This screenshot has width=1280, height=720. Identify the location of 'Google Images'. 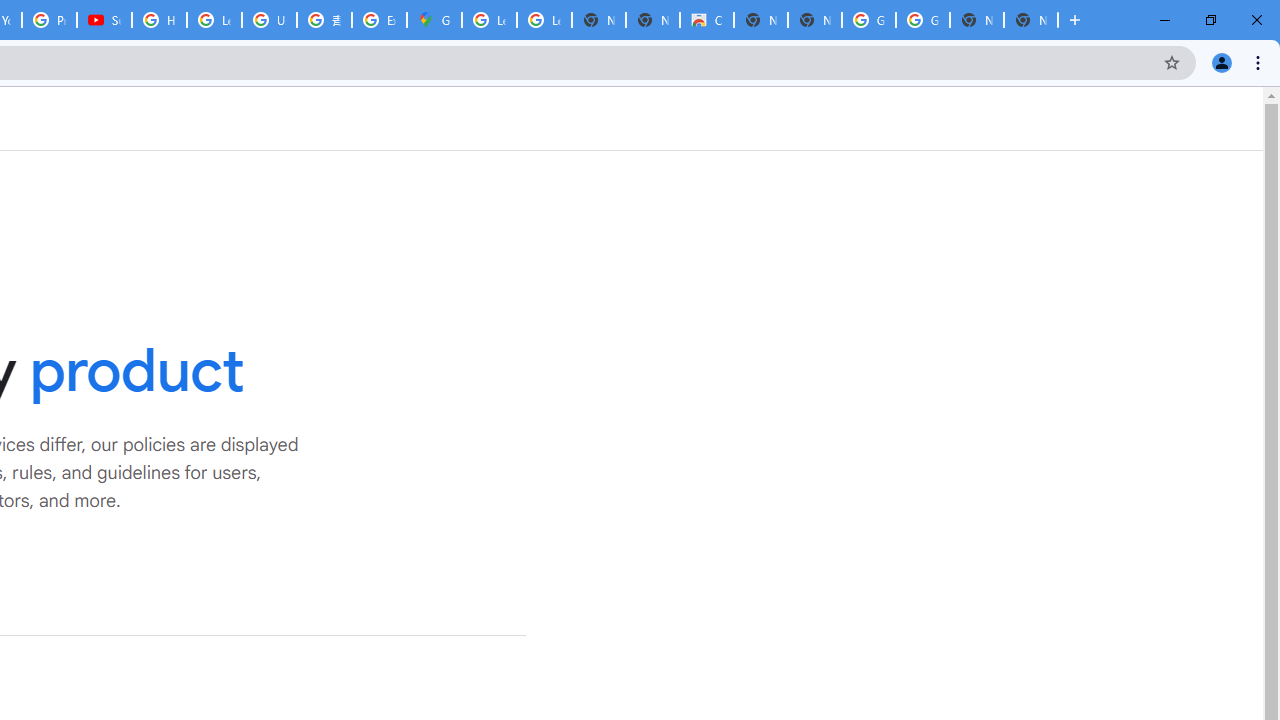
(869, 20).